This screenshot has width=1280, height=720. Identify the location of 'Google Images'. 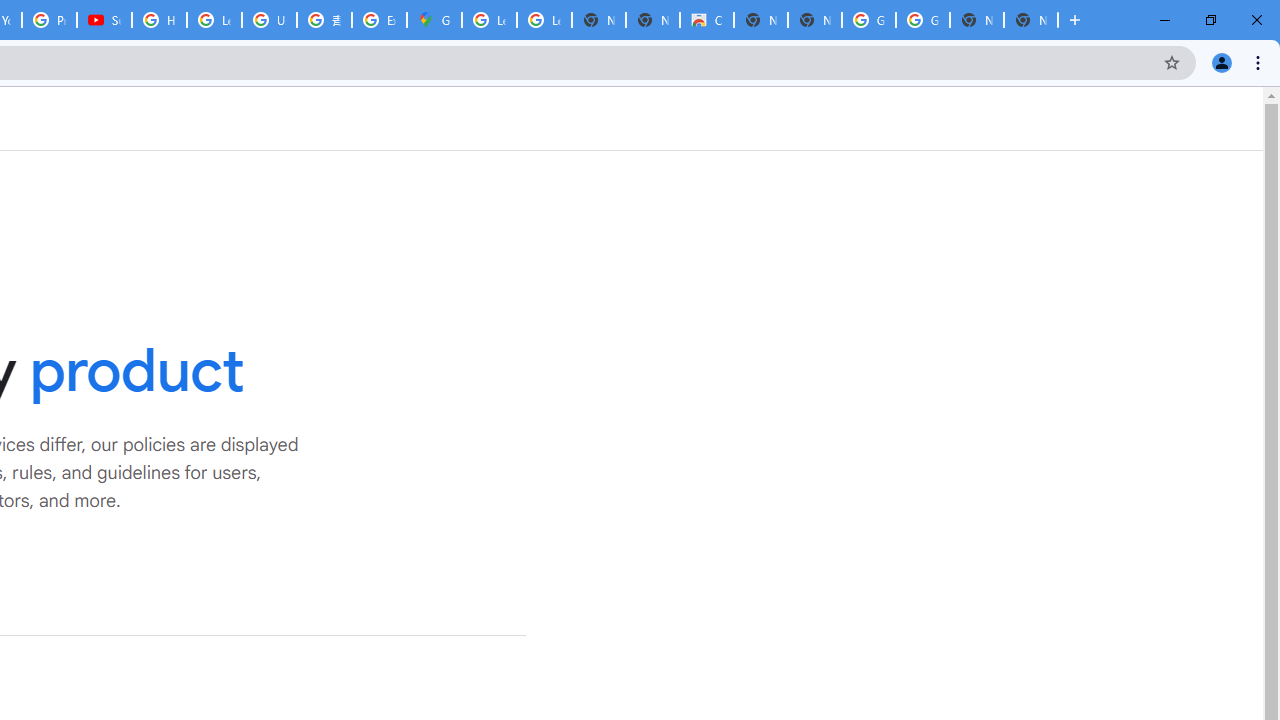
(869, 20).